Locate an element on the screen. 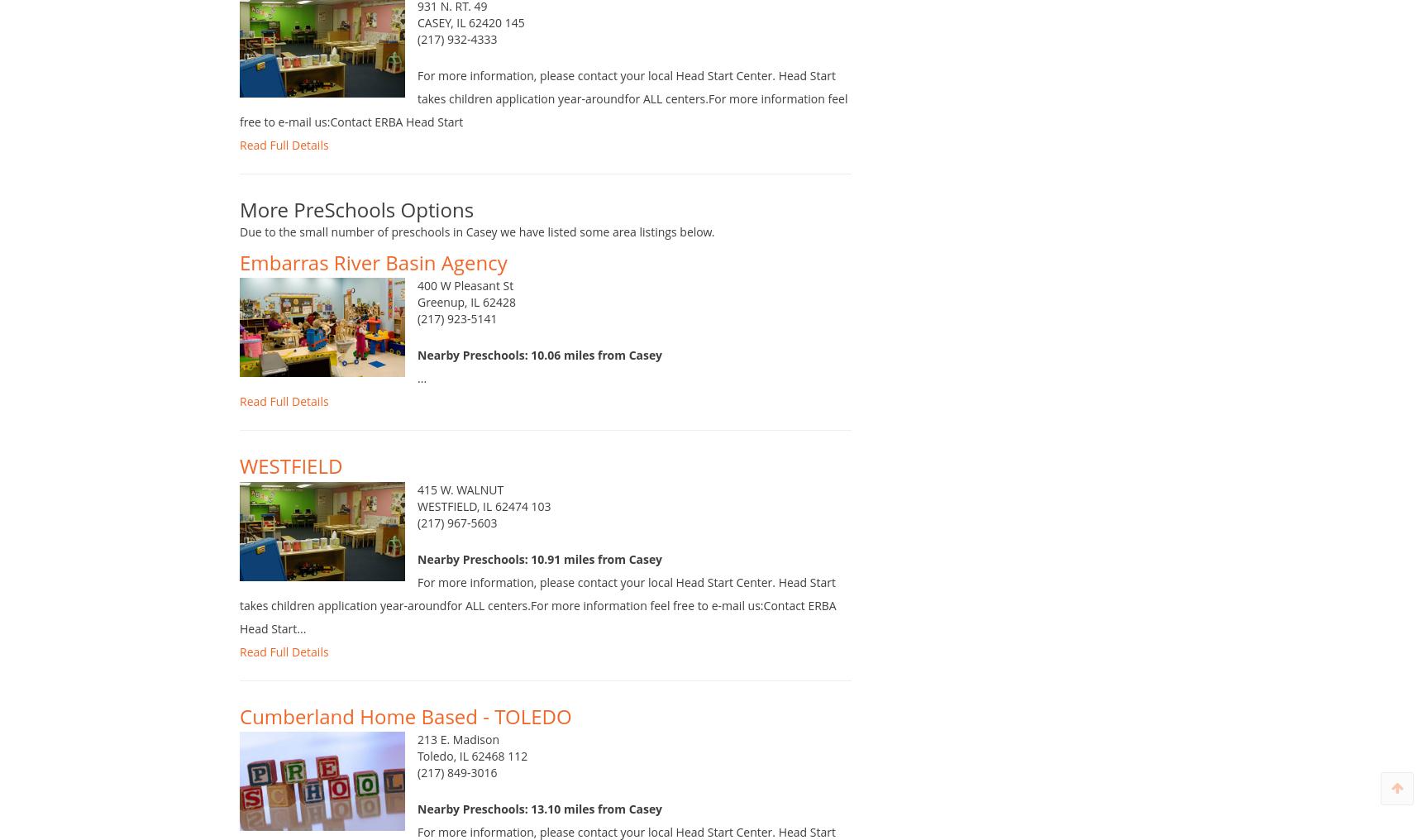 This screenshot has height=840, width=1422. '(217) 923-5141' is located at coordinates (456, 336).